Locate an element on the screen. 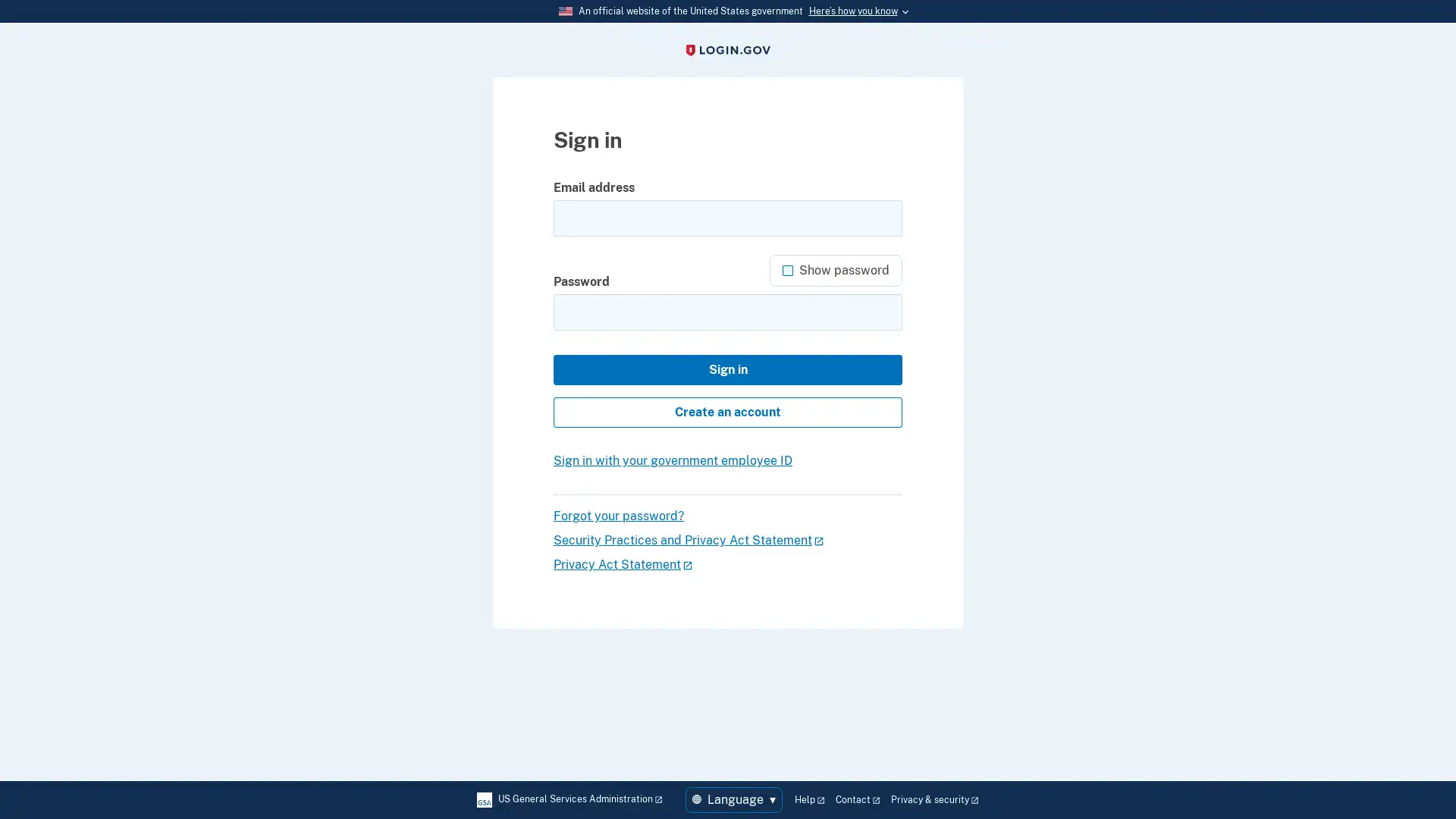 This screenshot has height=819, width=1456. Language is located at coordinates (734, 799).